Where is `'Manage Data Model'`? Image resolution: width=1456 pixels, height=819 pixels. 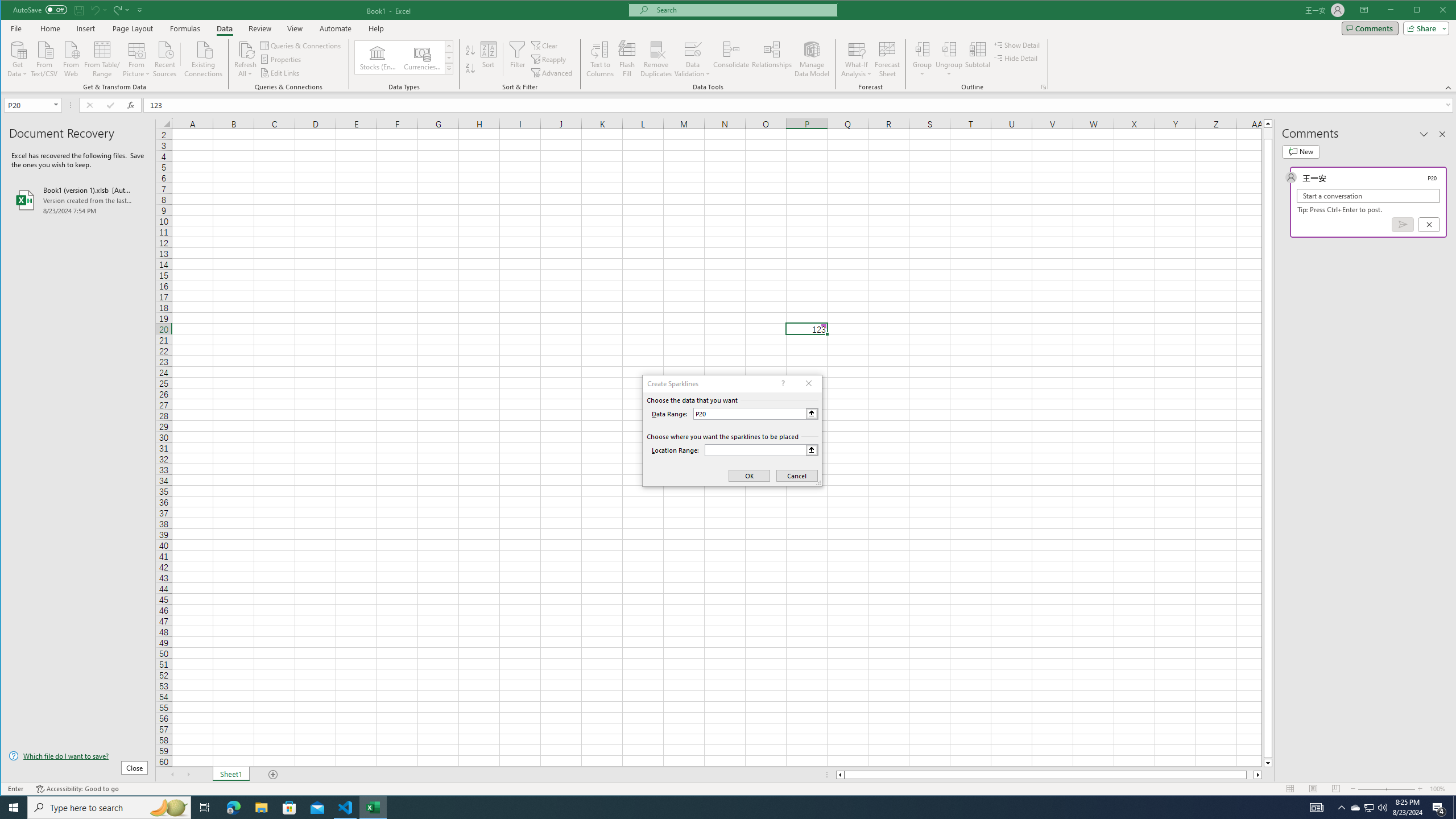
'Manage Data Model' is located at coordinates (812, 59).